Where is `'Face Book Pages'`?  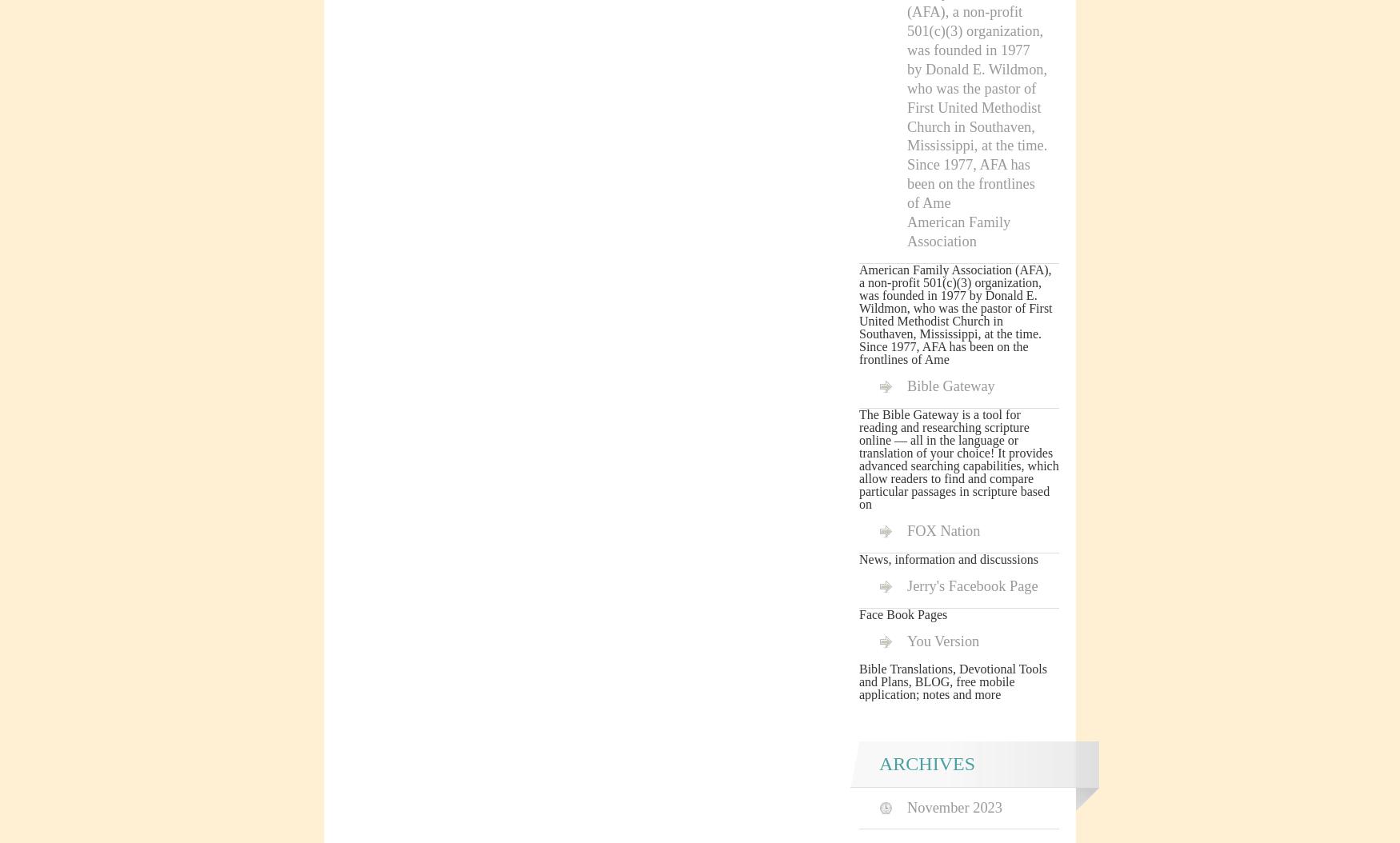 'Face Book Pages' is located at coordinates (858, 613).